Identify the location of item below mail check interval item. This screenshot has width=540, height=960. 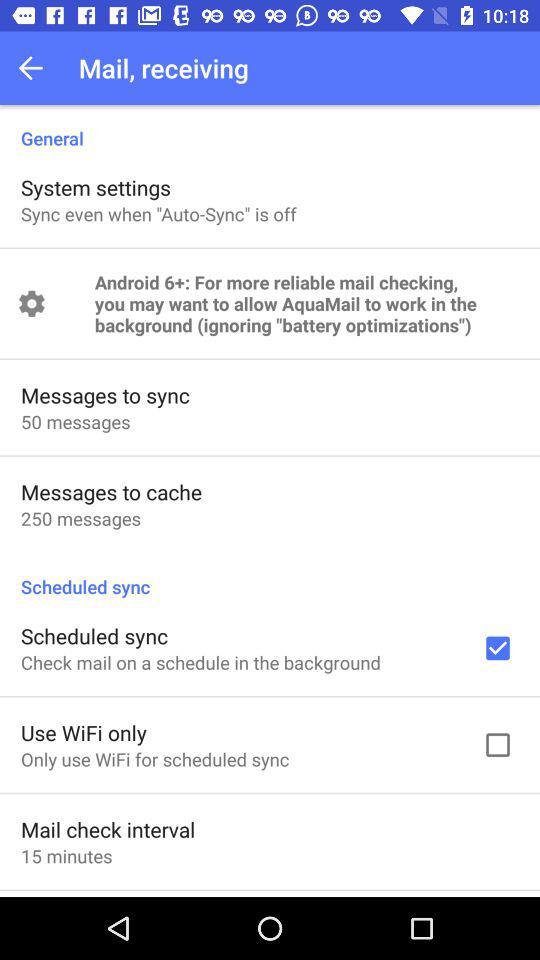
(66, 855).